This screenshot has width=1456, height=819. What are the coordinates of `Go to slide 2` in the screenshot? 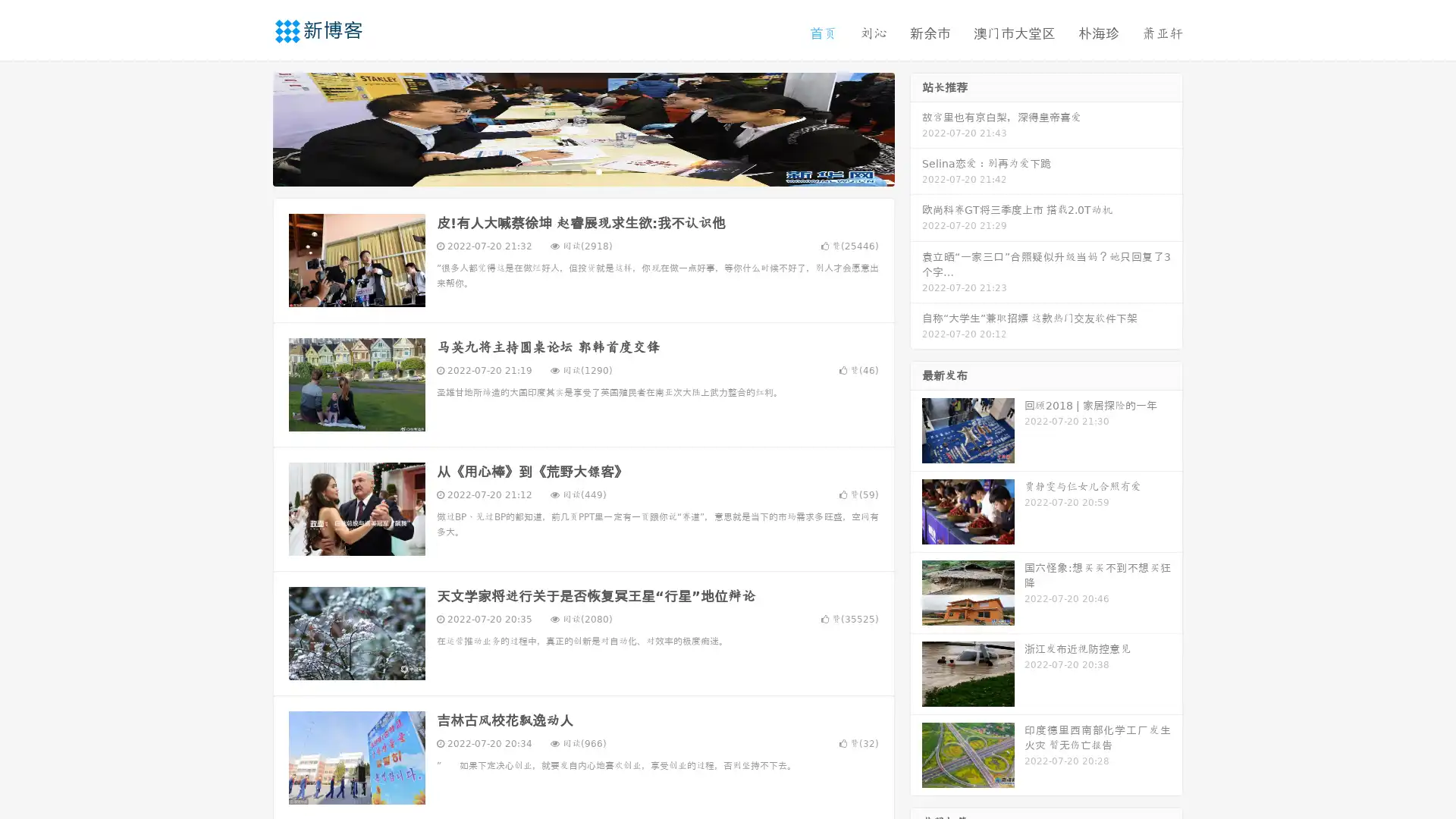 It's located at (582, 171).